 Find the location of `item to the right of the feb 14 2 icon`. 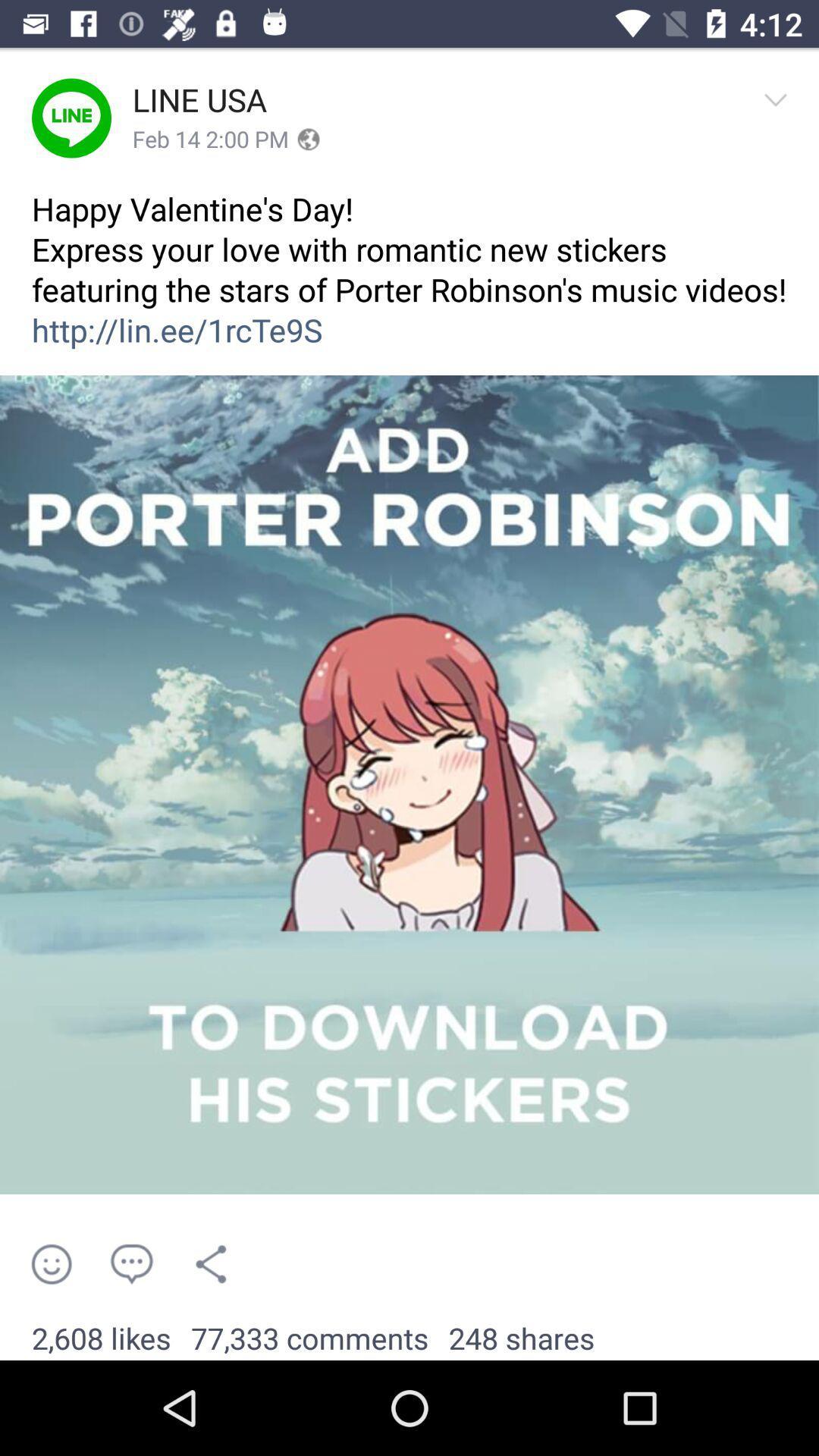

item to the right of the feb 14 2 icon is located at coordinates (307, 140).